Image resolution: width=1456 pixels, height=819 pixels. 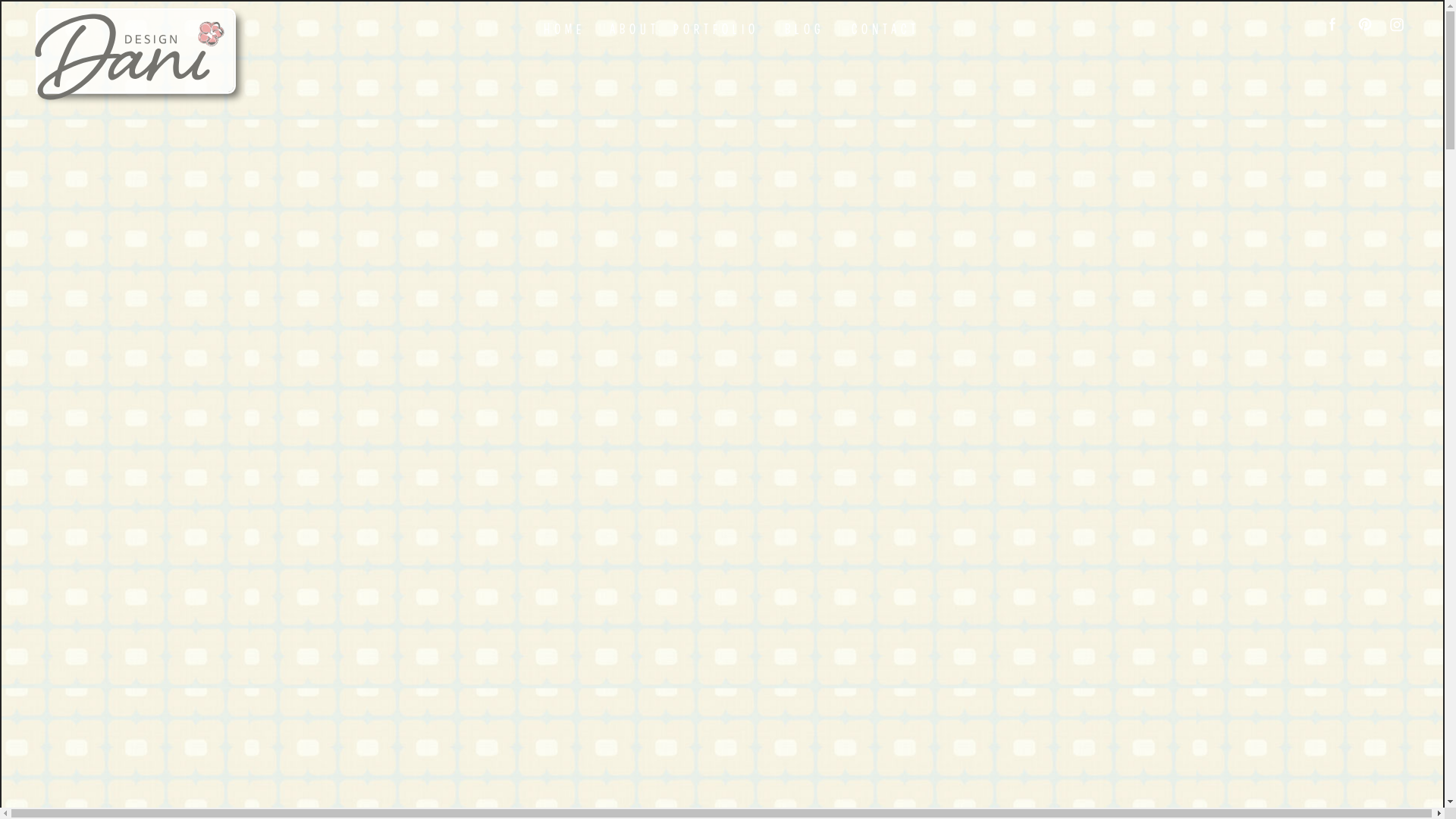 What do you see at coordinates (563, 29) in the screenshot?
I see `'HOME'` at bounding box center [563, 29].